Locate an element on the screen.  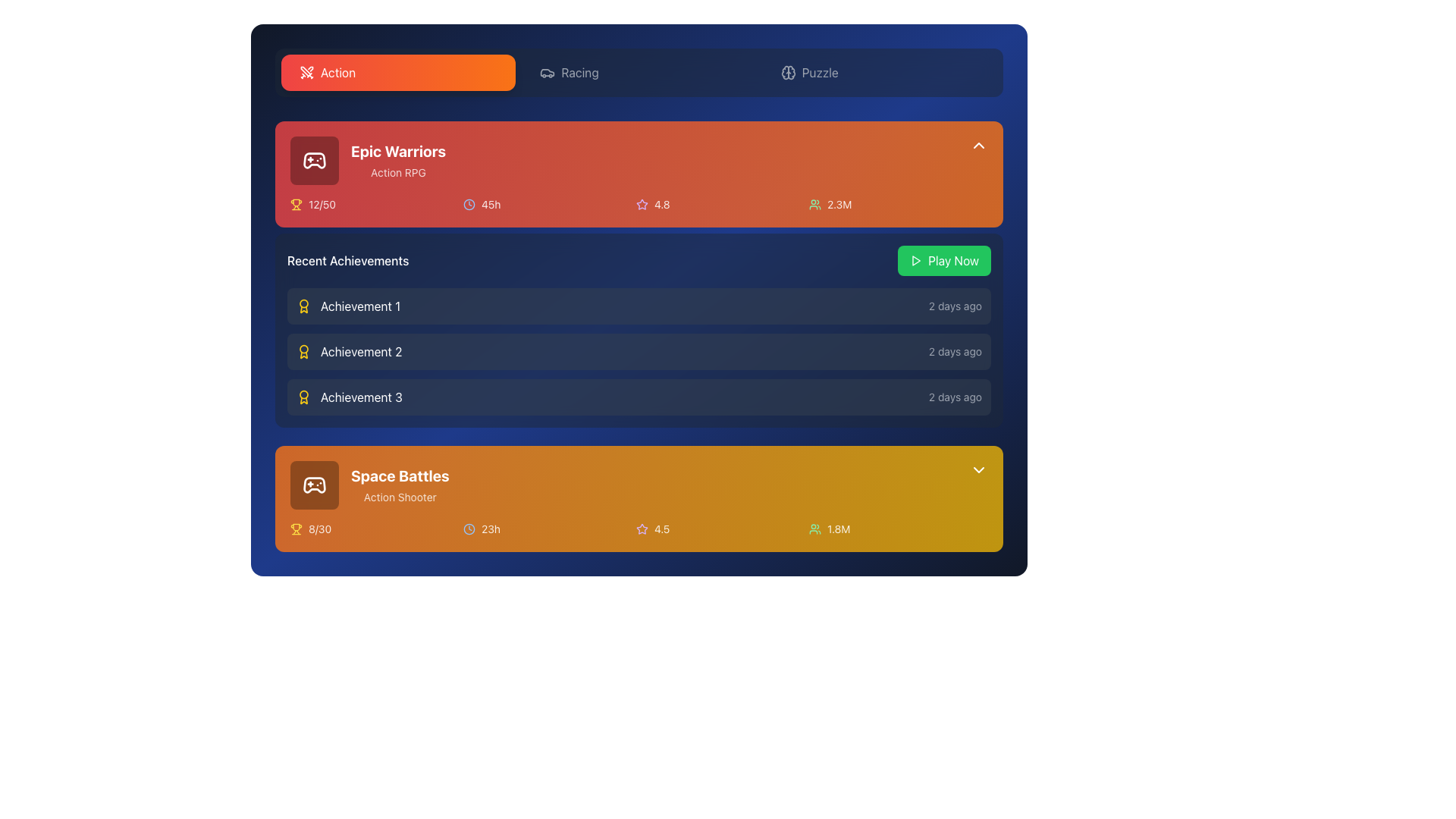
the small light blue clock icon located to the left of the text '23h' in the 'Space Battles' game section is located at coordinates (469, 529).